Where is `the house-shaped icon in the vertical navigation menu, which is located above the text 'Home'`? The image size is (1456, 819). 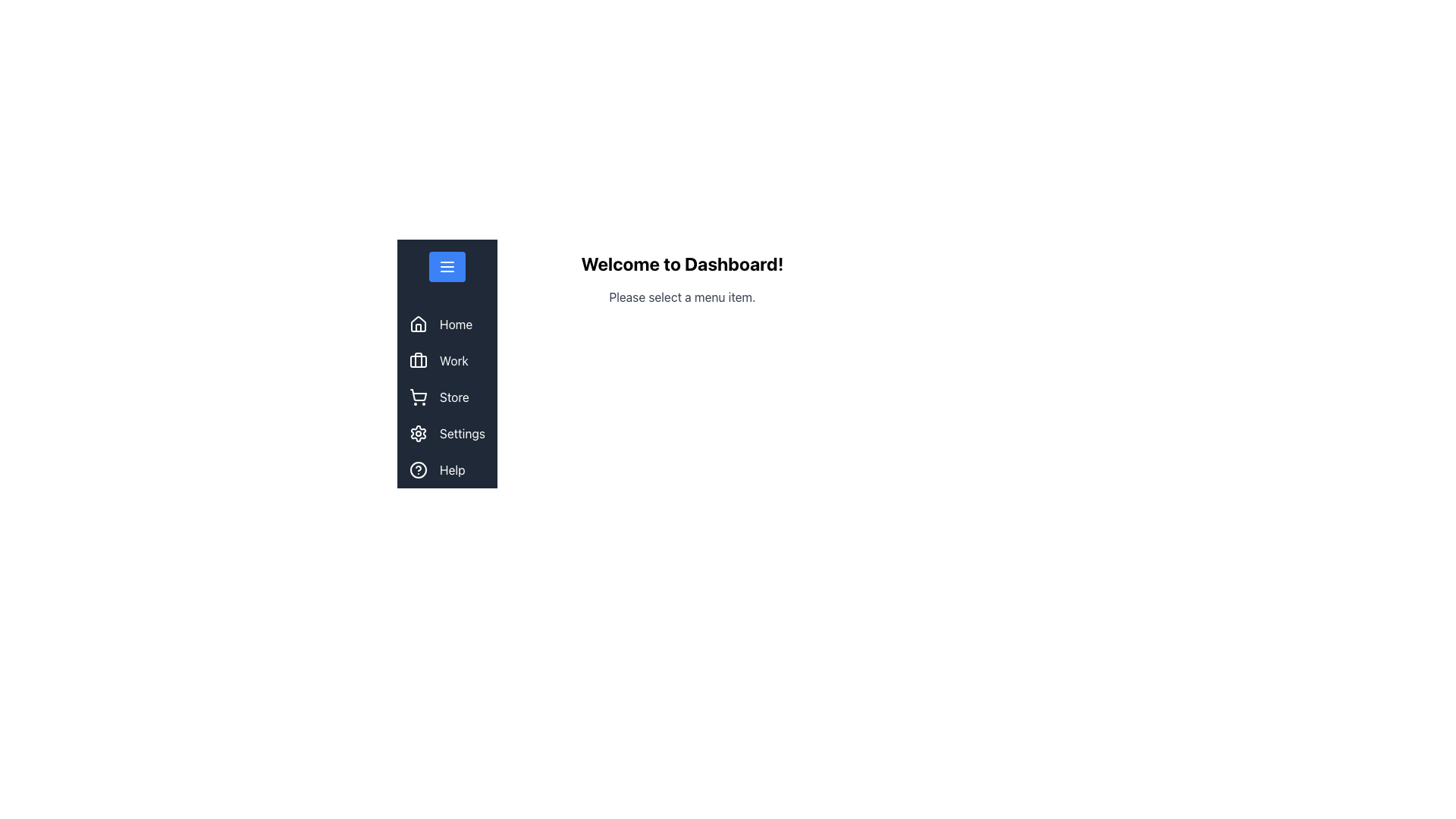 the house-shaped icon in the vertical navigation menu, which is located above the text 'Home' is located at coordinates (419, 323).